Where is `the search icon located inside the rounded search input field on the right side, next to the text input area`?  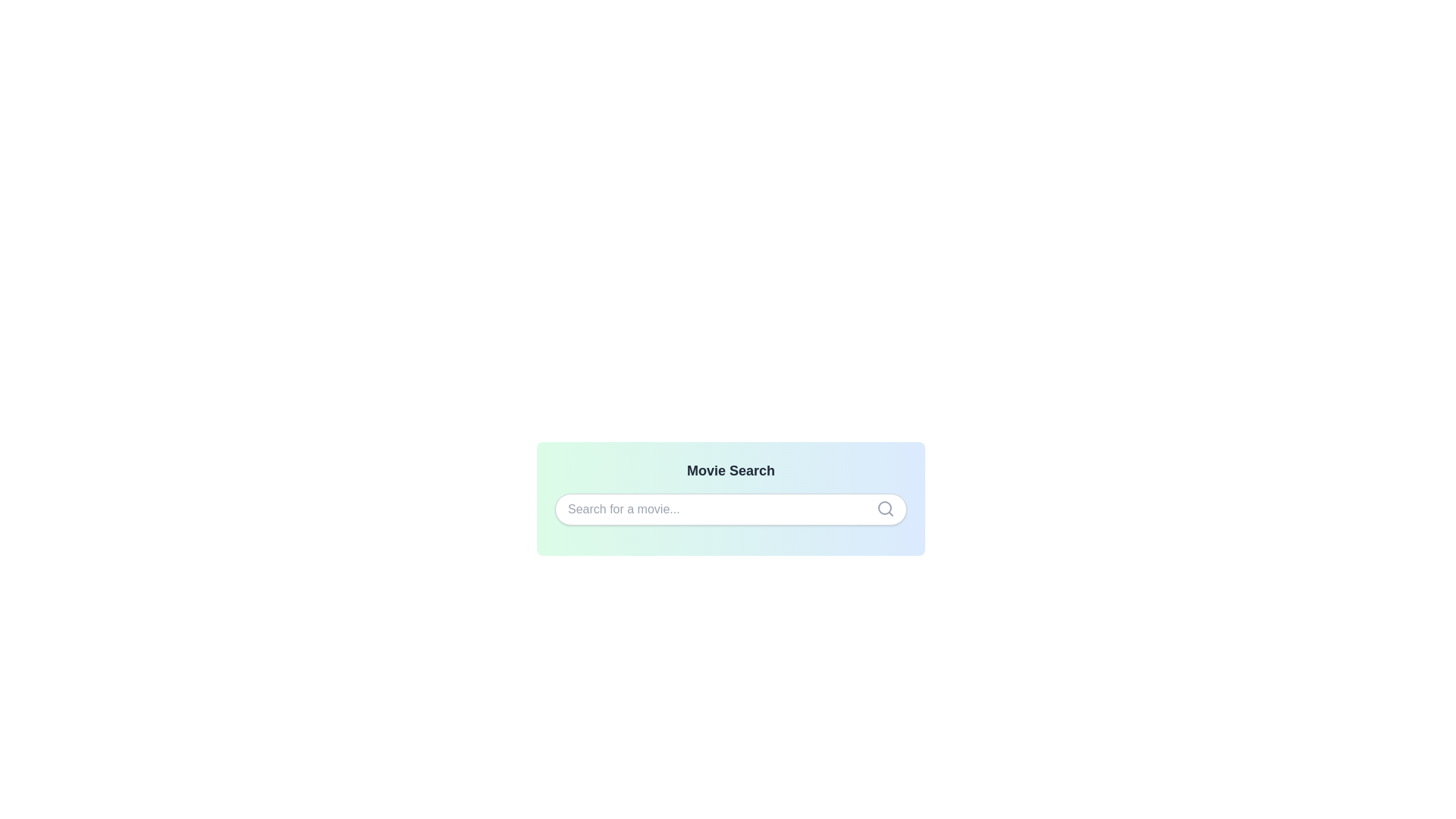
the search icon located inside the rounded search input field on the right side, next to the text input area is located at coordinates (885, 509).